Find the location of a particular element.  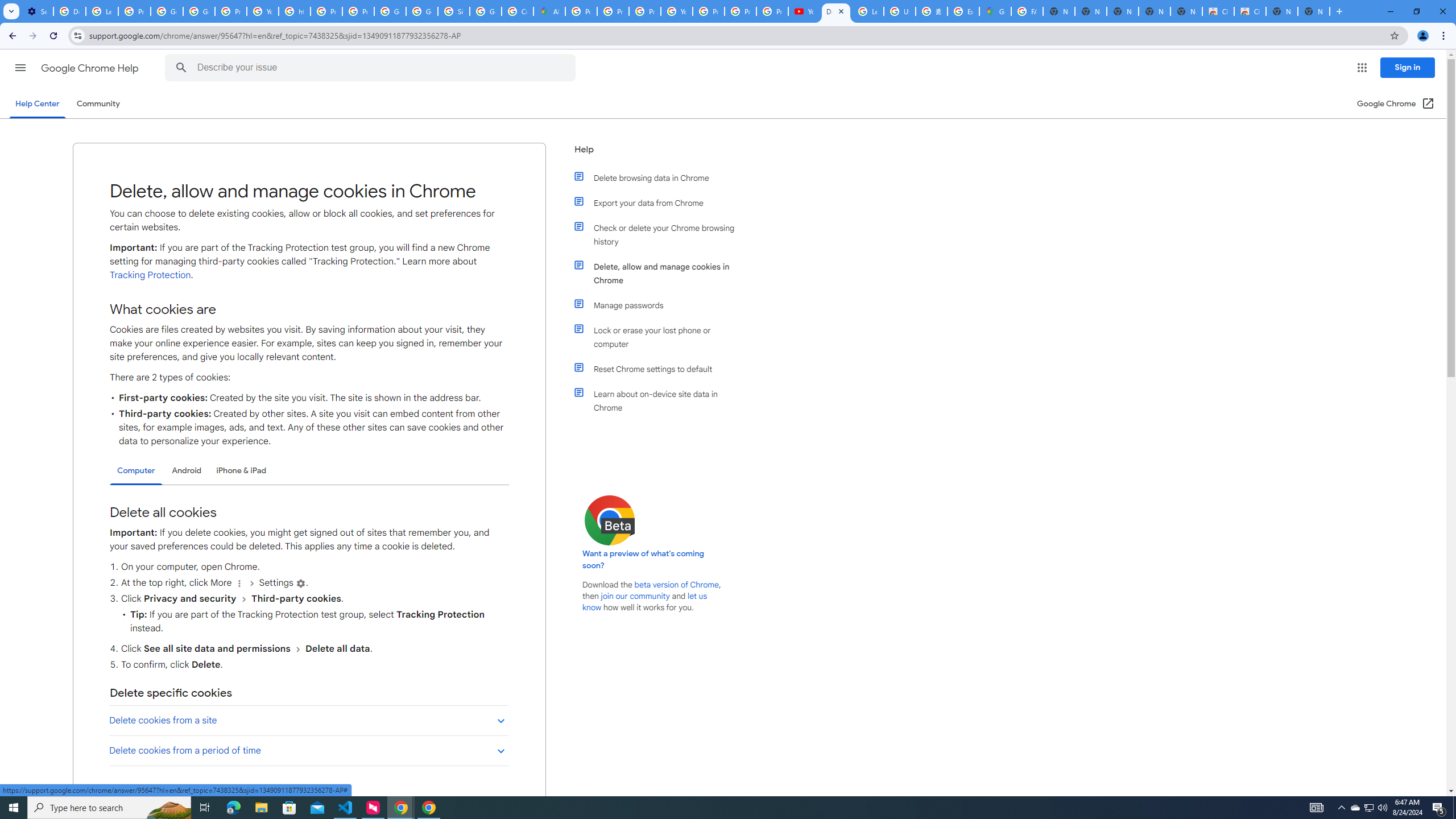

'let us know' is located at coordinates (644, 601).